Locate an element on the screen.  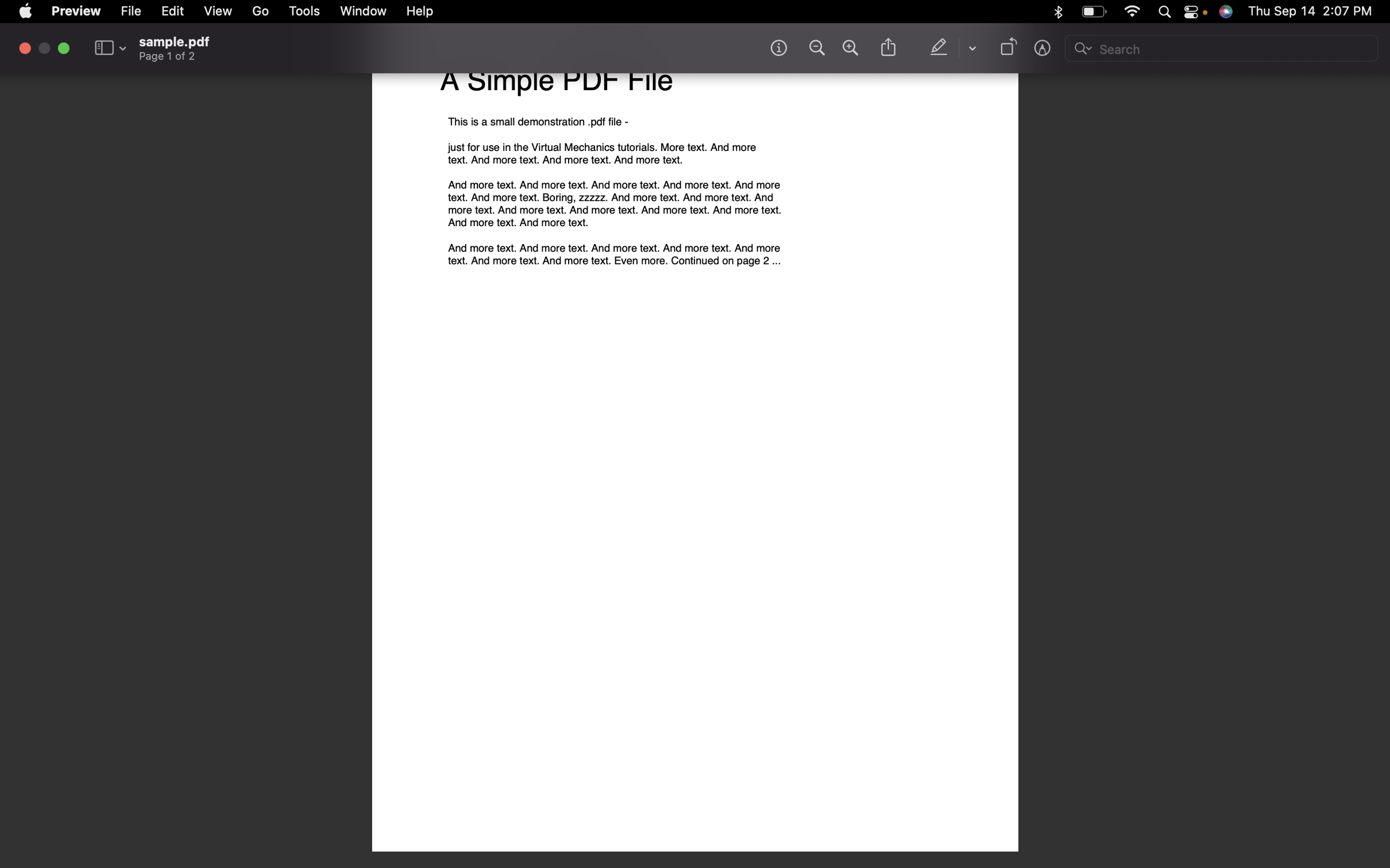
Zoom out of the document is located at coordinates (814, 48).